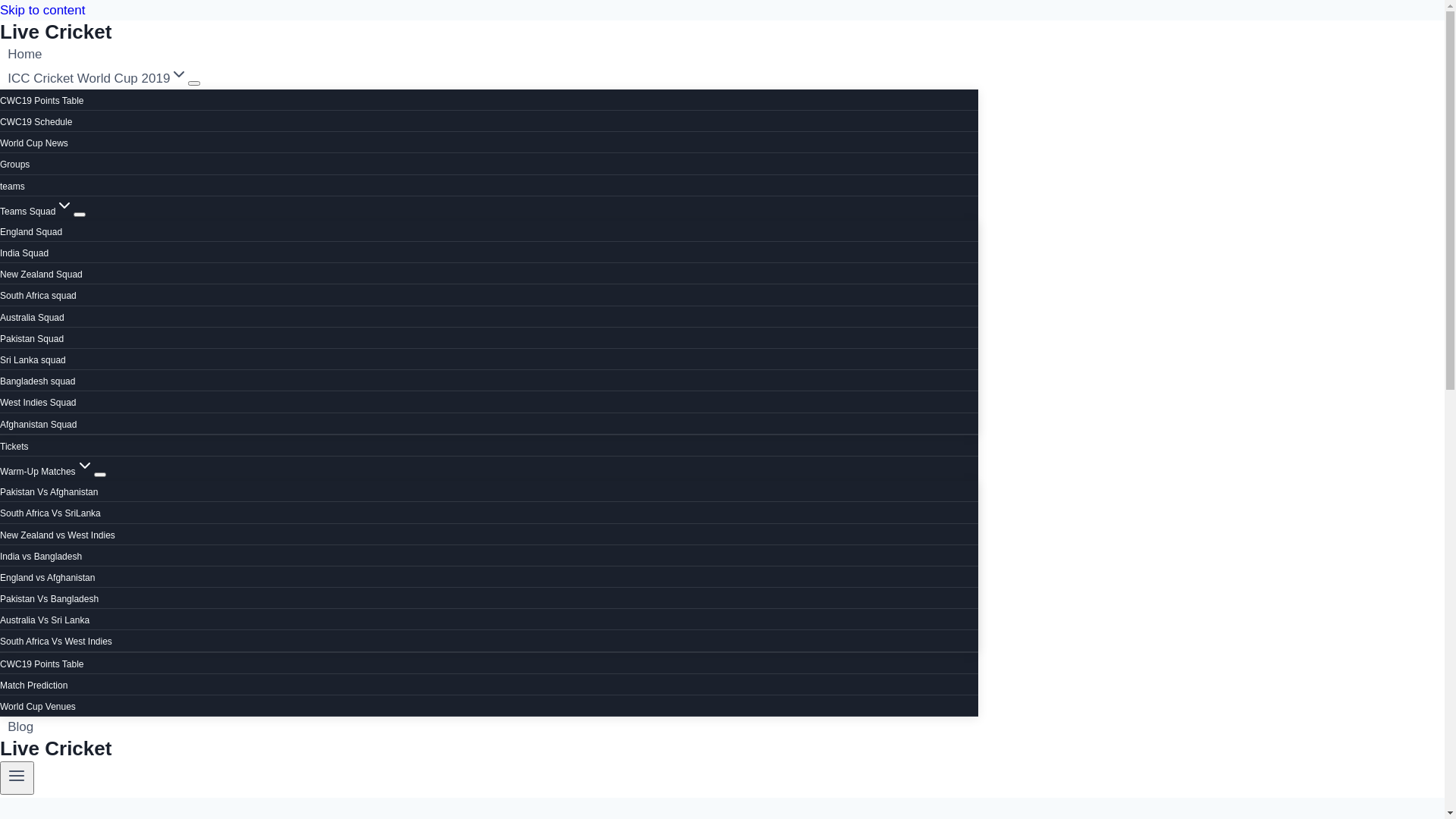  What do you see at coordinates (0, 470) in the screenshot?
I see `'Warm-Up MatchesExpand'` at bounding box center [0, 470].